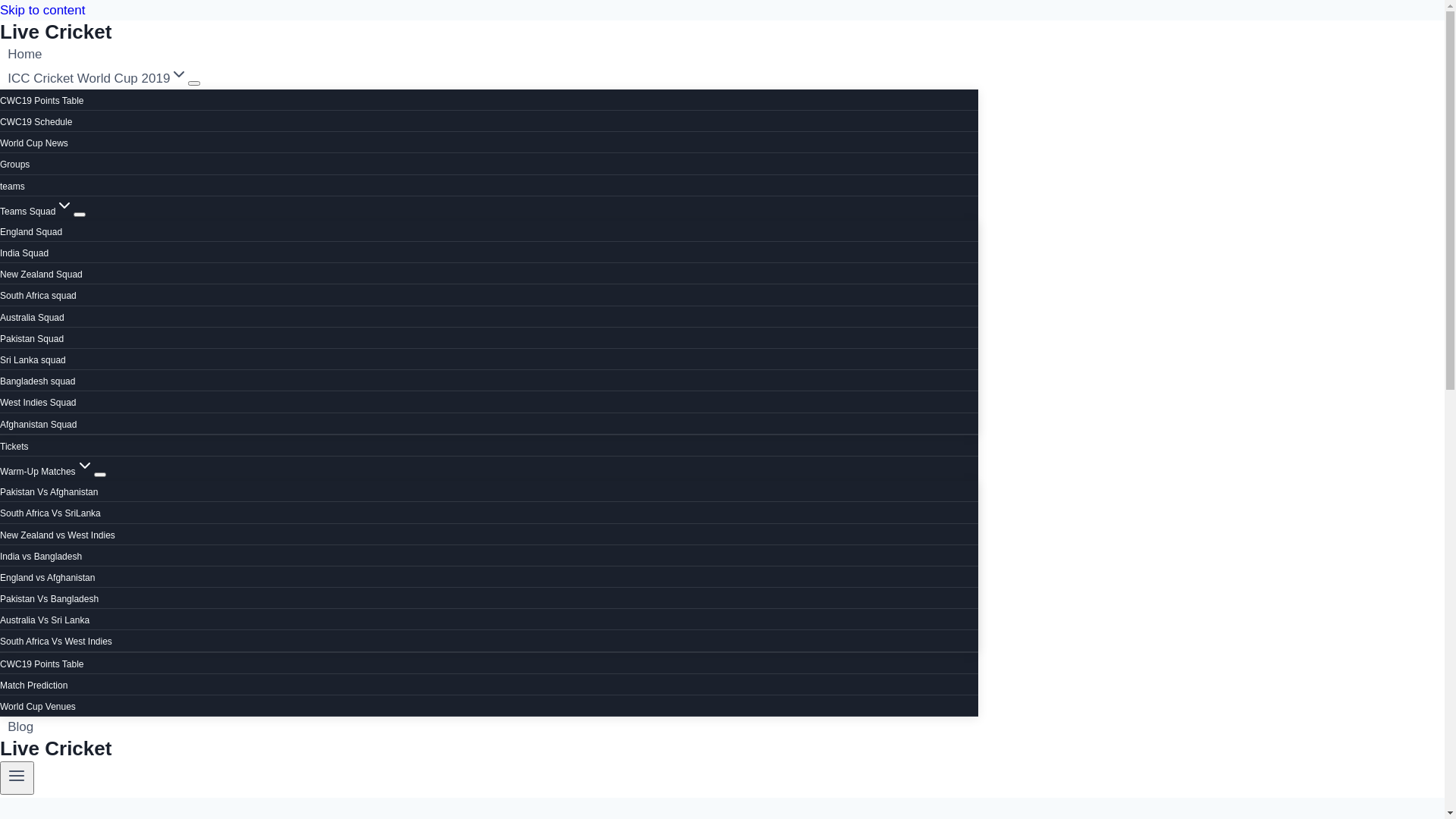  What do you see at coordinates (0, 470) in the screenshot?
I see `'Warm-Up MatchesExpand'` at bounding box center [0, 470].